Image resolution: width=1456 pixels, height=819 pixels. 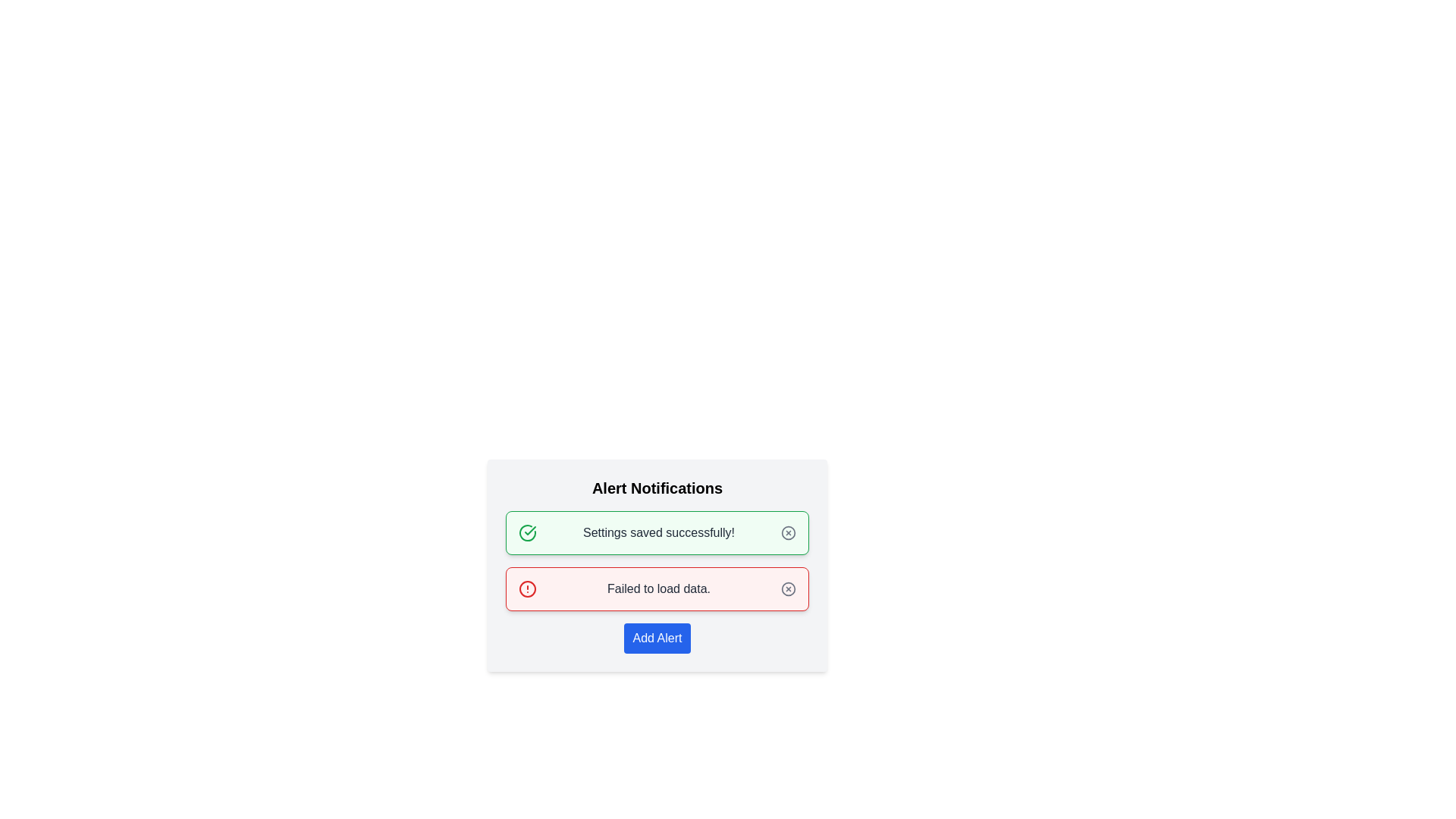 I want to click on the 'Alert Notifications' text label, which is a prominent header displayed in bold, large font at the top center of the view, so click(x=657, y=488).